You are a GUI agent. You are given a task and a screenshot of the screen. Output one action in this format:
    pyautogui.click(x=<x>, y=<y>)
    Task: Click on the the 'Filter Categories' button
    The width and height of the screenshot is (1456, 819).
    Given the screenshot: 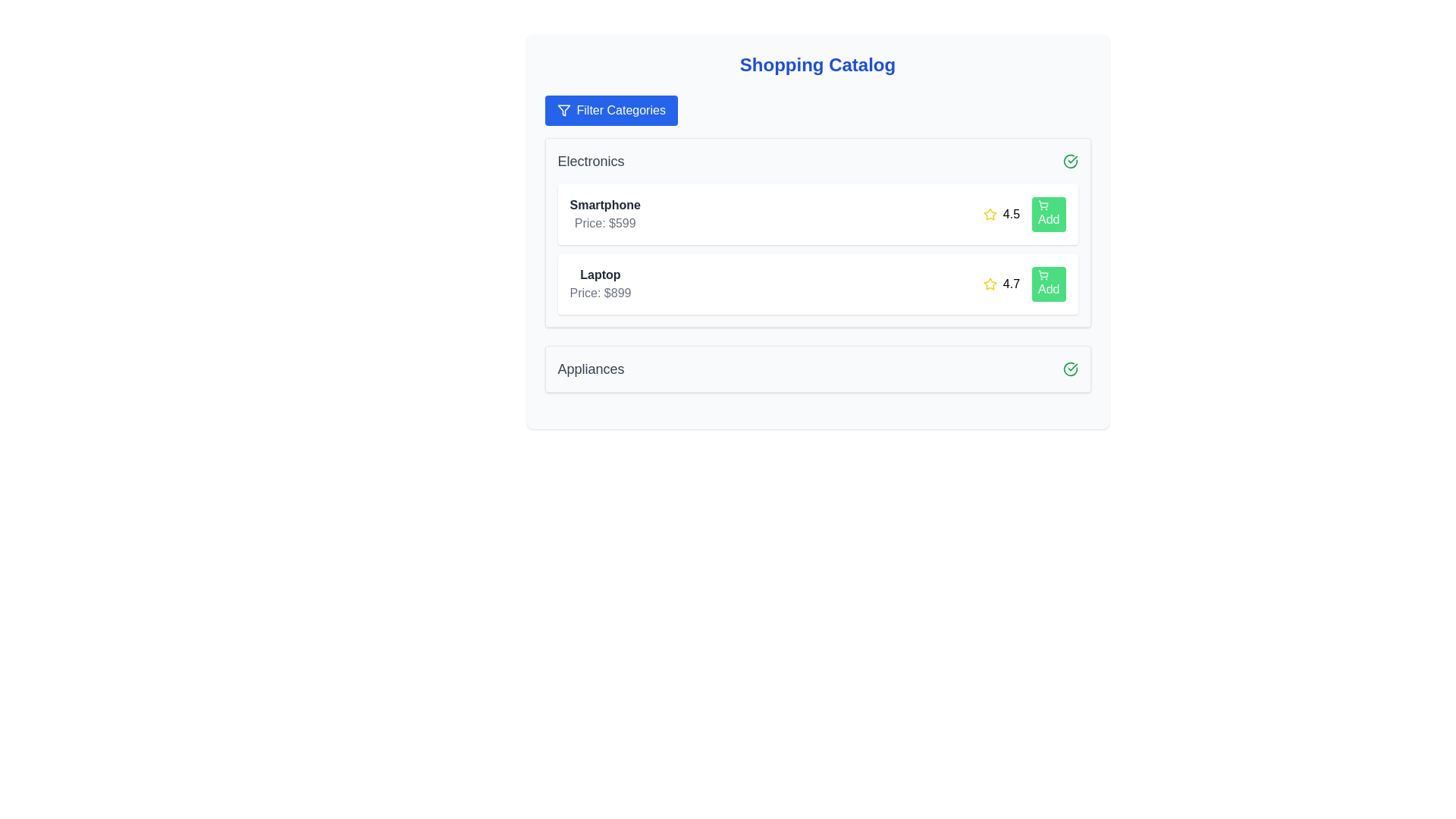 What is the action you would take?
    pyautogui.click(x=611, y=110)
    